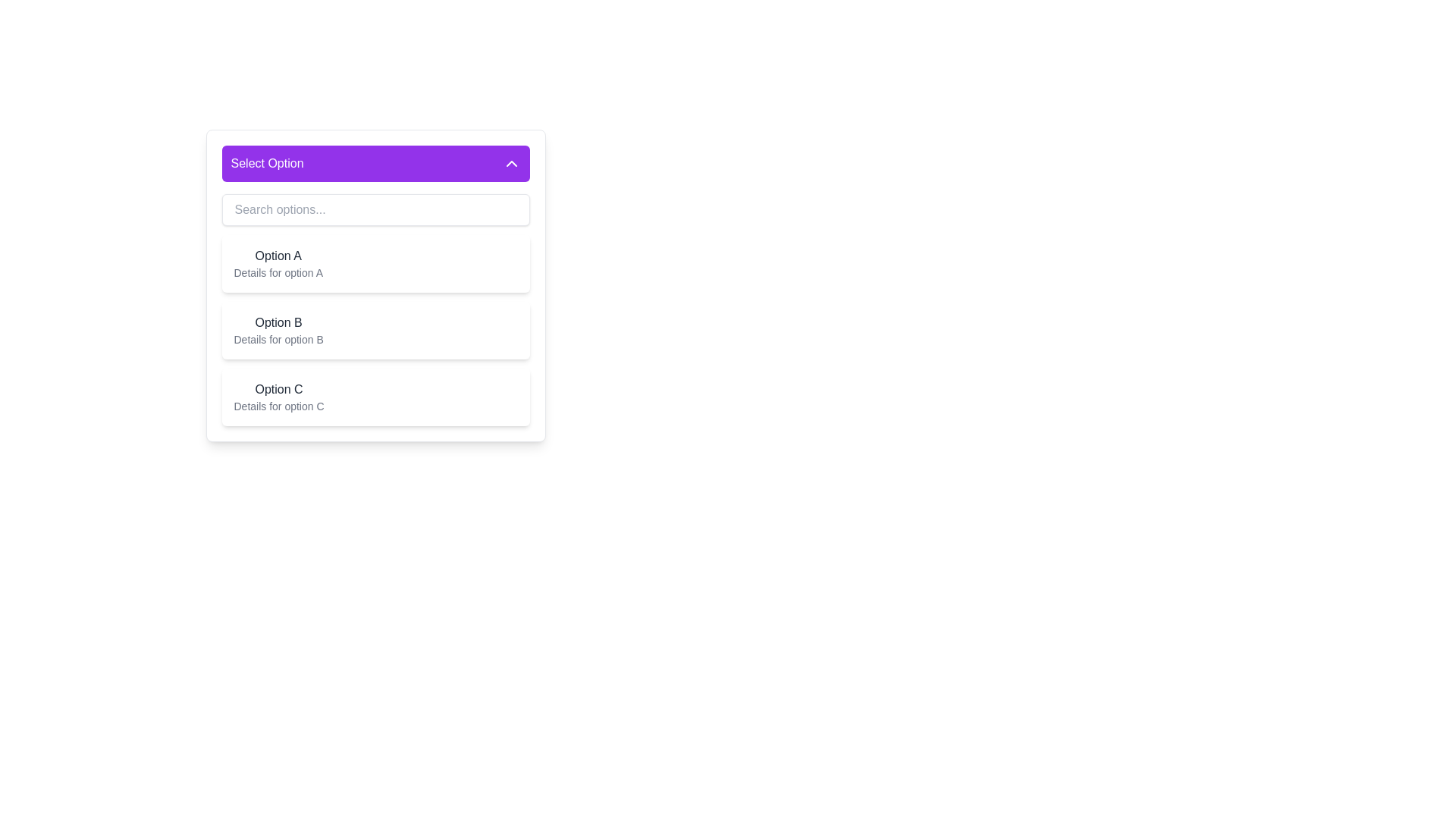 The height and width of the screenshot is (819, 1456). What do you see at coordinates (278, 262) in the screenshot?
I see `the first textual option in the dropdown menu, labeled 'Option A'` at bounding box center [278, 262].